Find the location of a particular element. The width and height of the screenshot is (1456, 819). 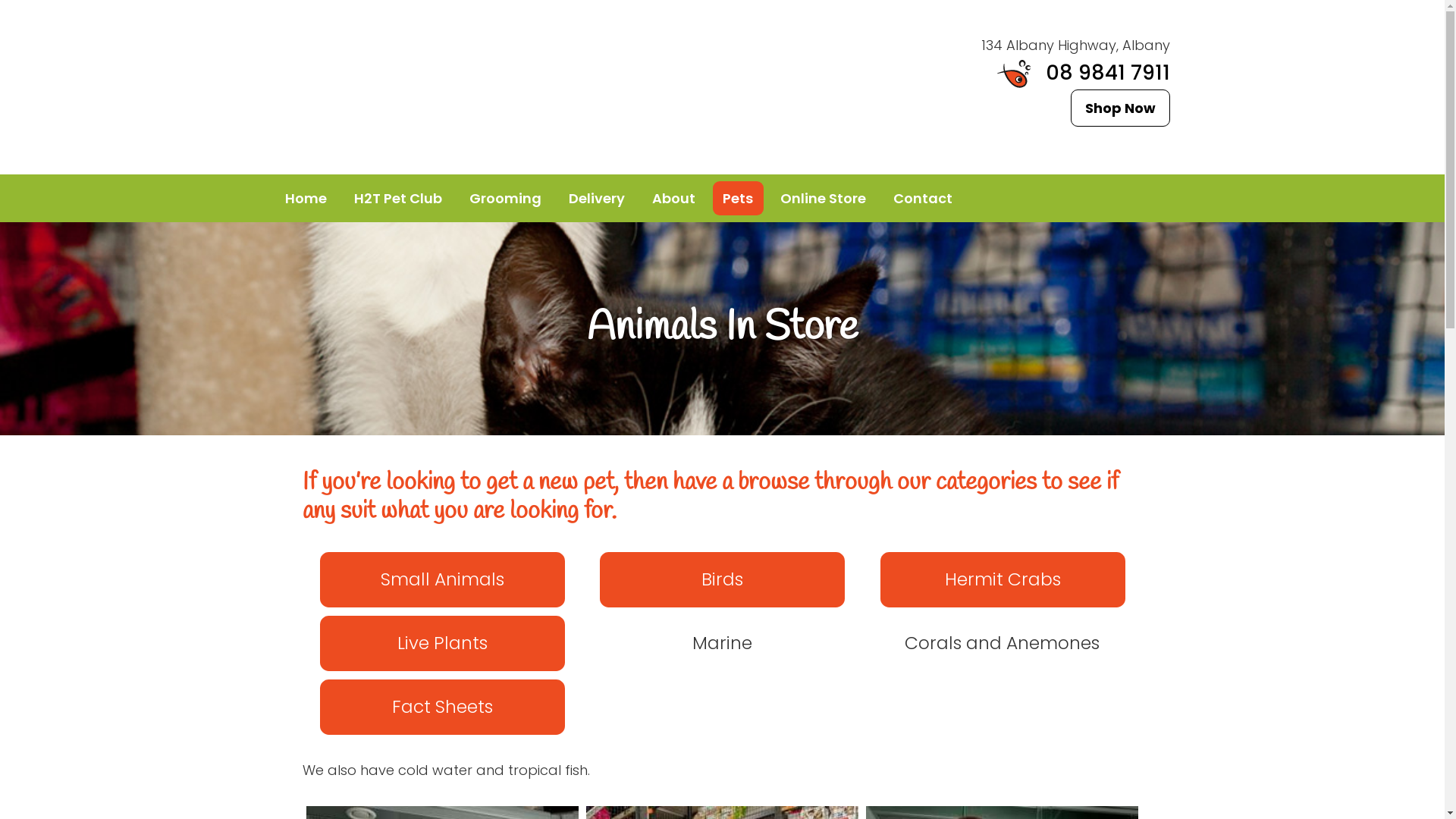

'Hermit Crabs' is located at coordinates (1003, 579).